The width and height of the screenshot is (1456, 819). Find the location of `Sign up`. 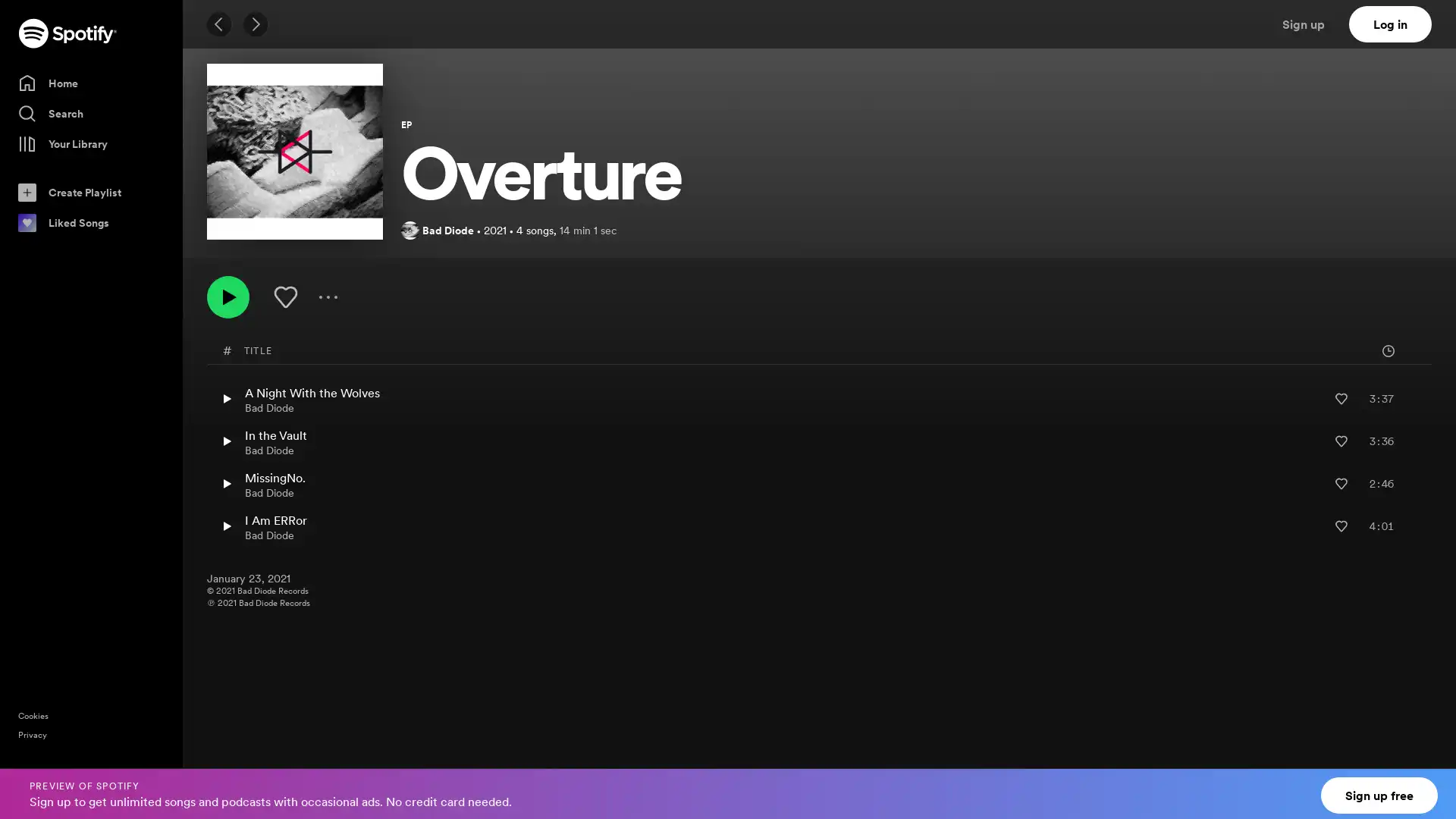

Sign up is located at coordinates (1312, 24).